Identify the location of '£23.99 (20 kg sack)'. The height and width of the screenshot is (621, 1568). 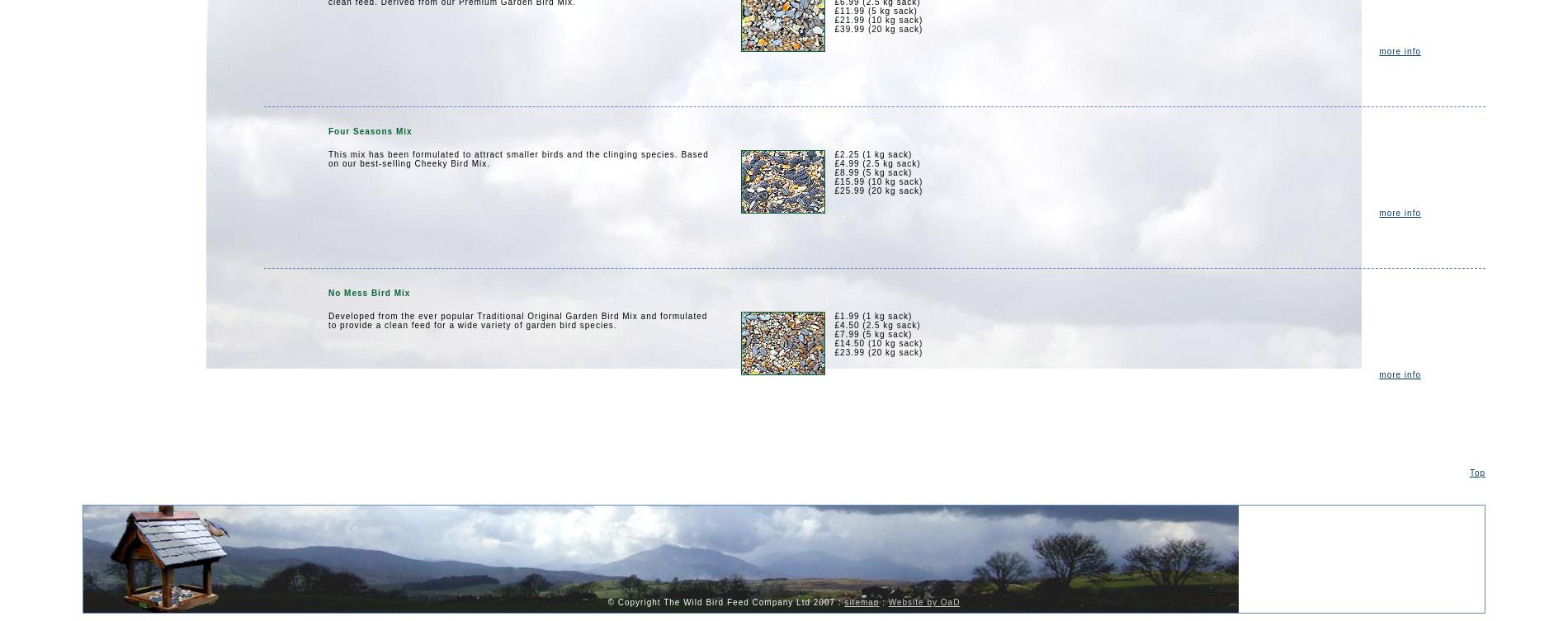
(834, 351).